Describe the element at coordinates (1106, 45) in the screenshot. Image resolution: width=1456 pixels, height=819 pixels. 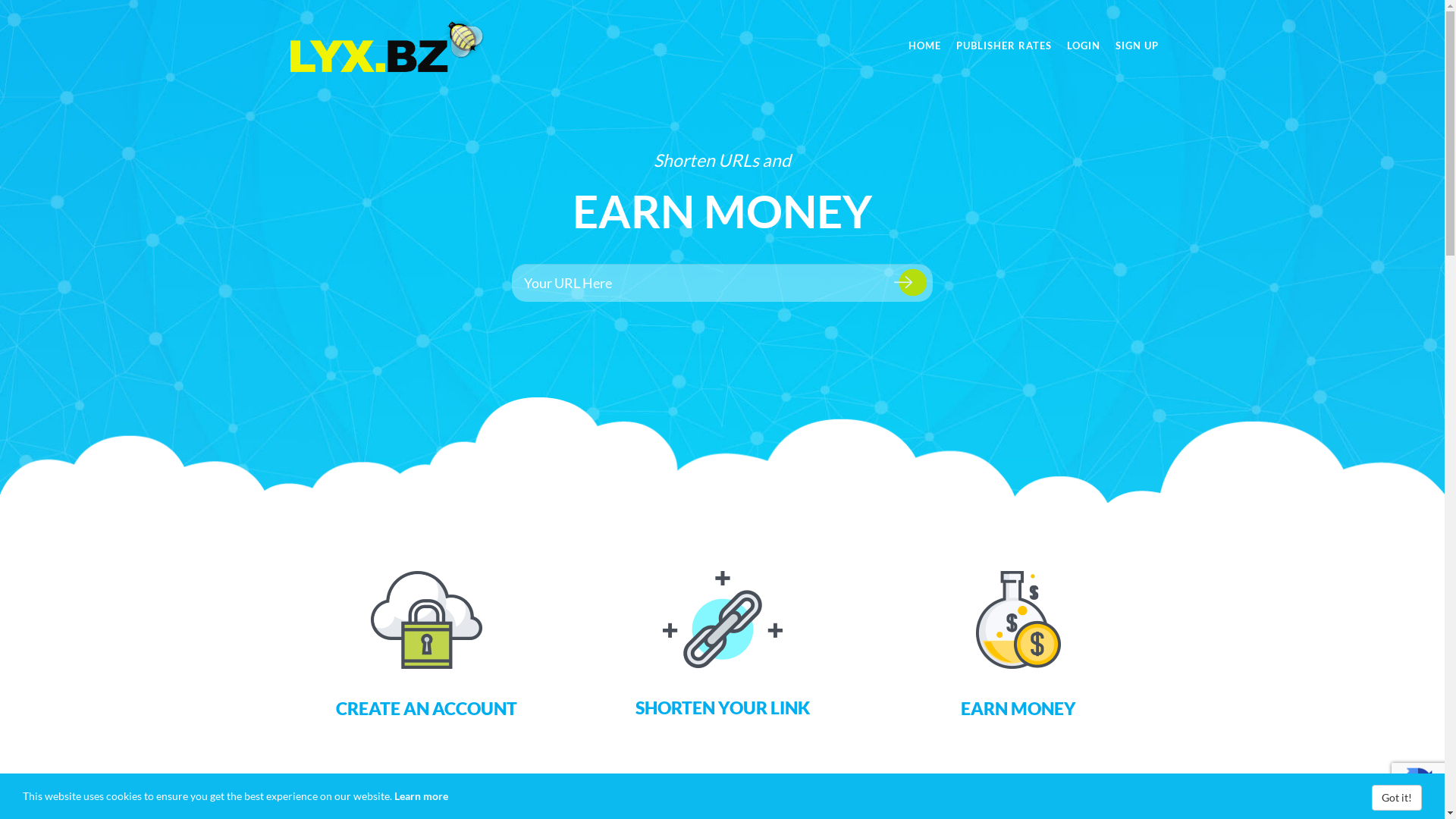
I see `'SIGN UP'` at that location.